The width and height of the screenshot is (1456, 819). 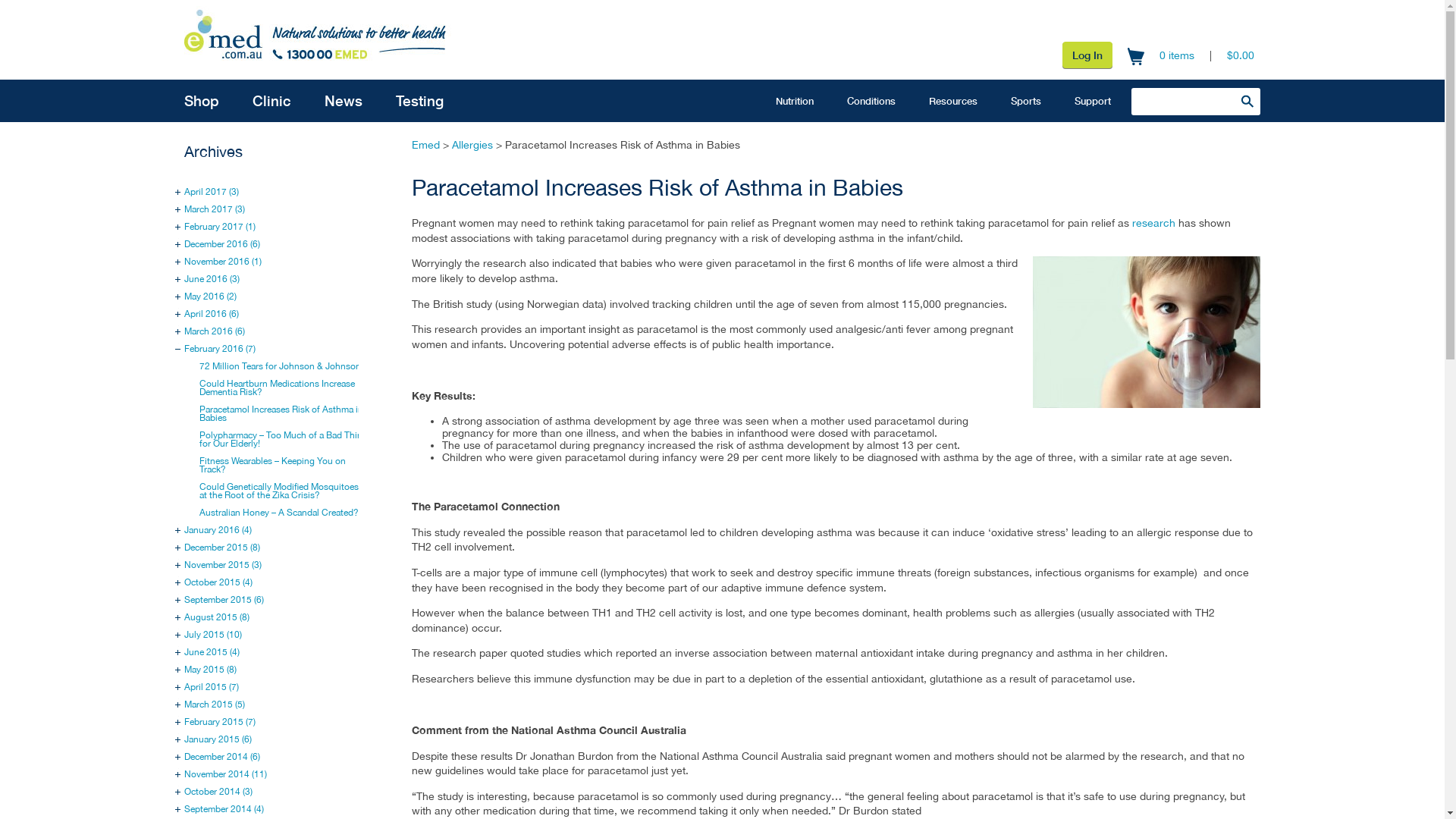 I want to click on 'December 2016 (6)', so click(x=221, y=243).